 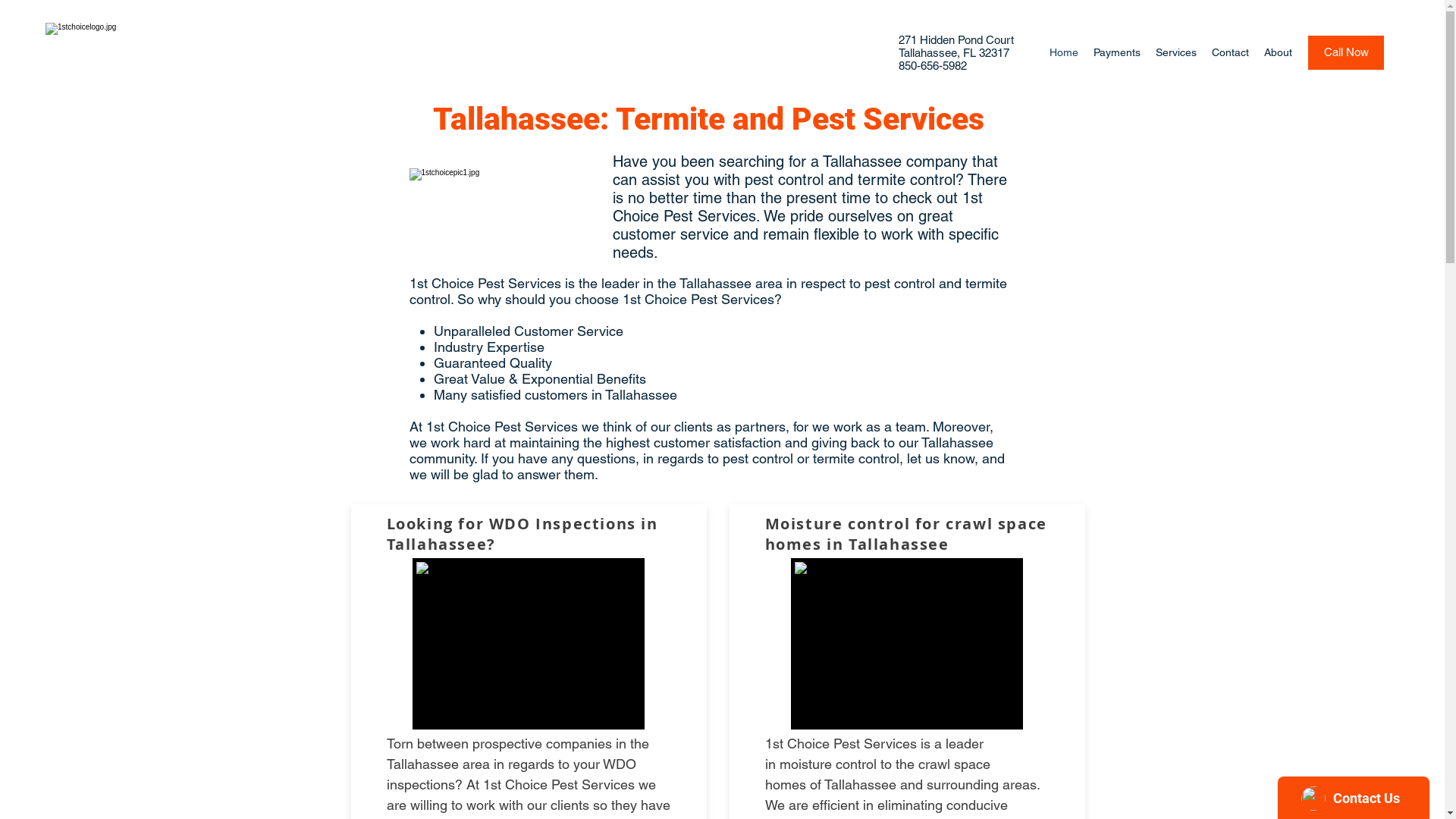 I want to click on 'Contact', so click(x=1230, y=52).